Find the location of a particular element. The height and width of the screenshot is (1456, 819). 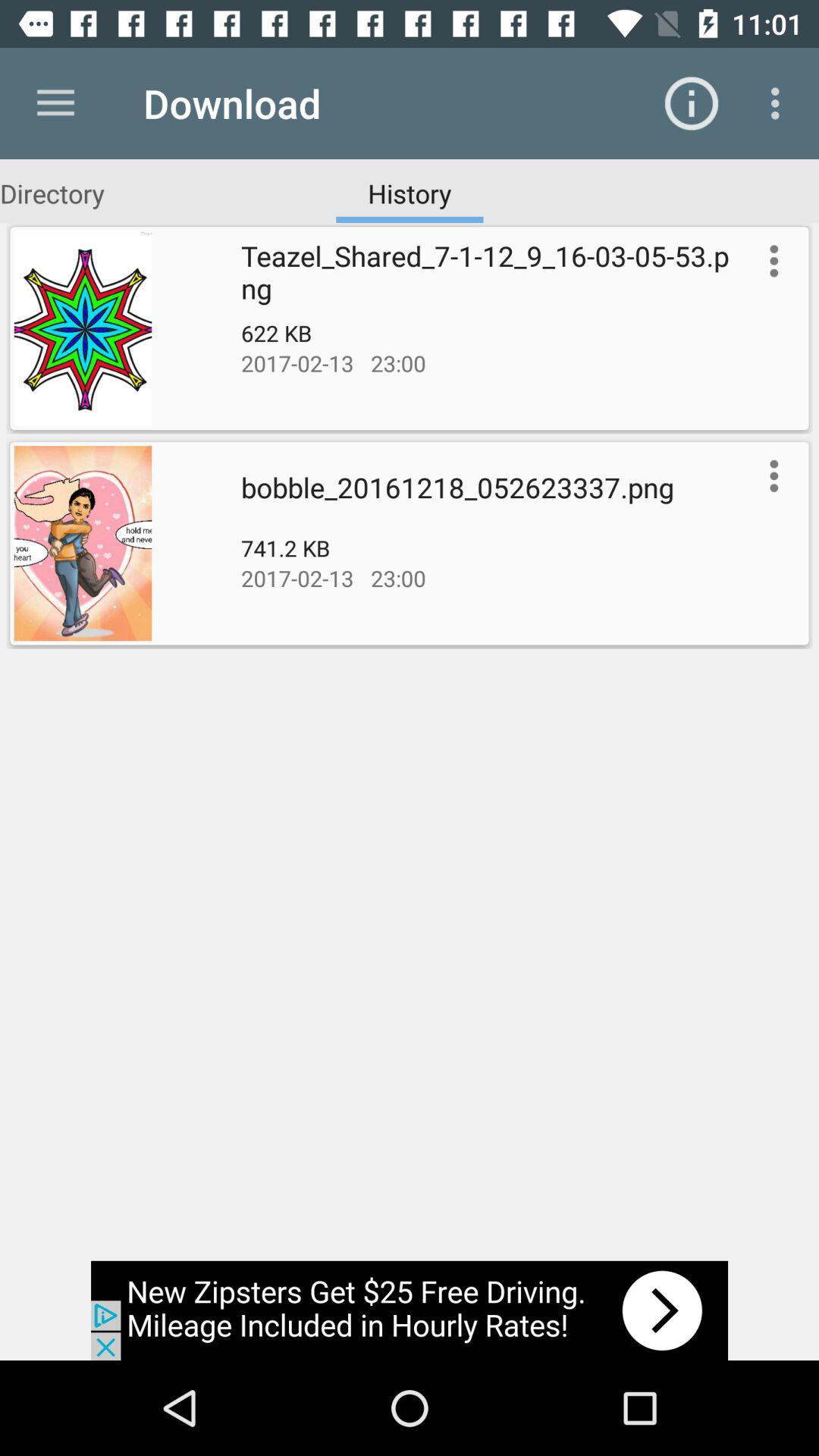

open settings is located at coordinates (770, 475).